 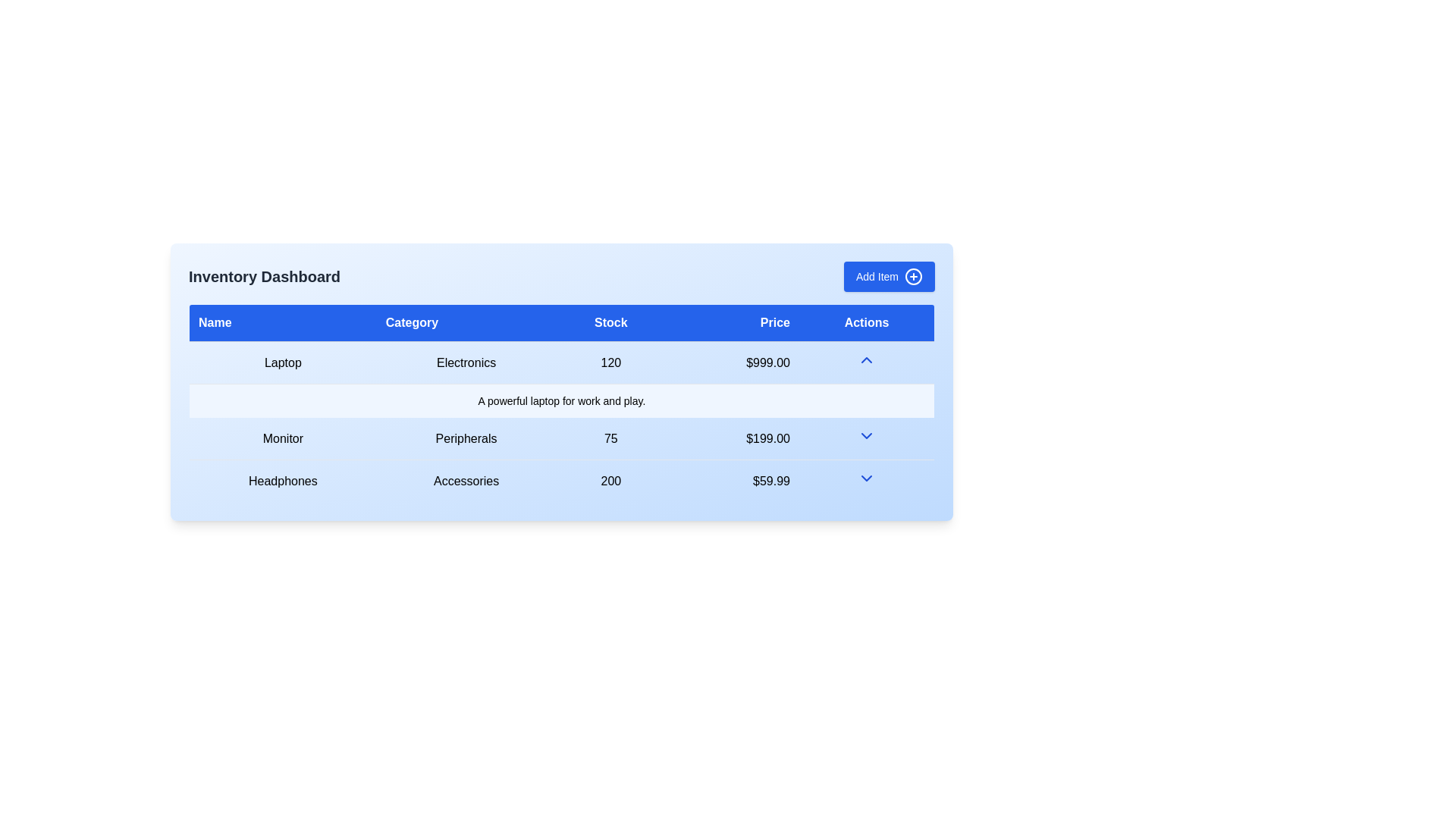 What do you see at coordinates (560, 438) in the screenshot?
I see `to select the second row` at bounding box center [560, 438].